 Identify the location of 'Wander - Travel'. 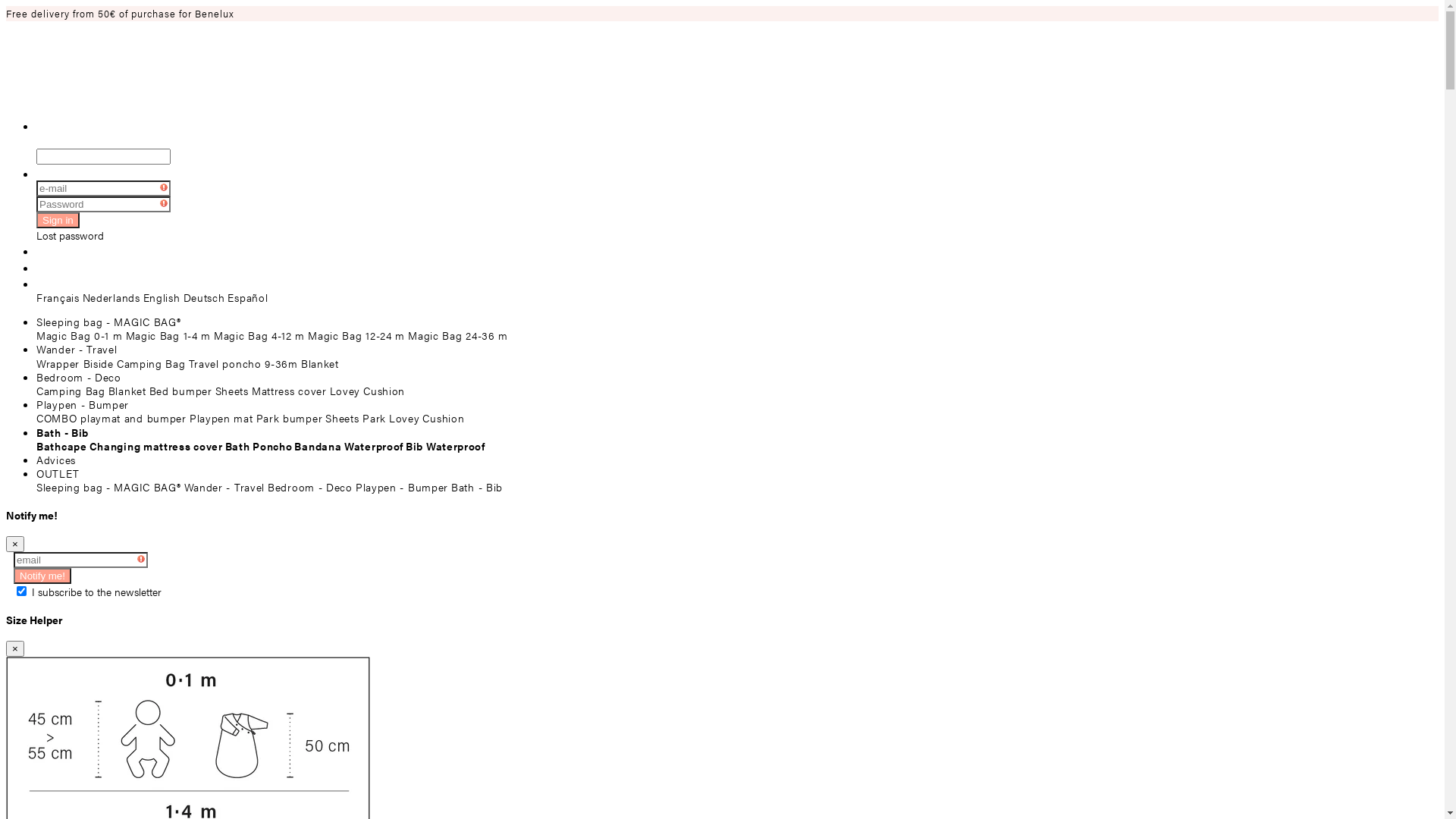
(76, 348).